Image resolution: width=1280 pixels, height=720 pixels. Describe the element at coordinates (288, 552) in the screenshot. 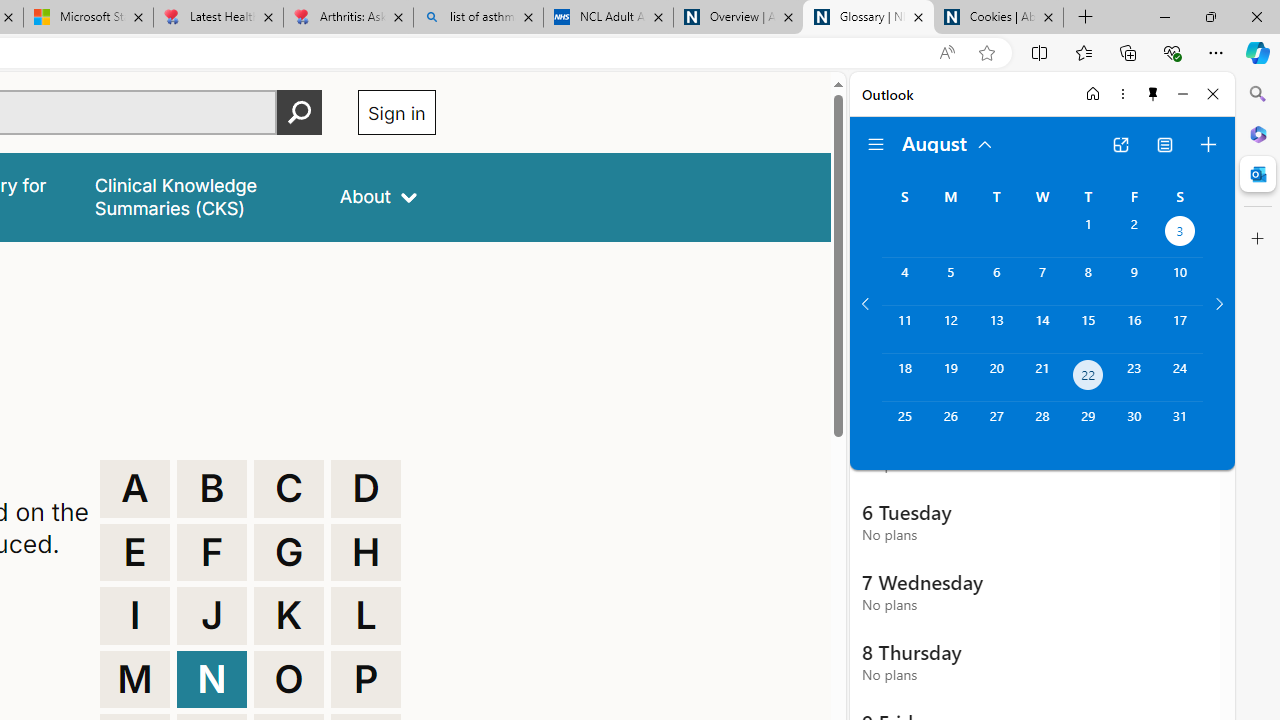

I see `'G'` at that location.